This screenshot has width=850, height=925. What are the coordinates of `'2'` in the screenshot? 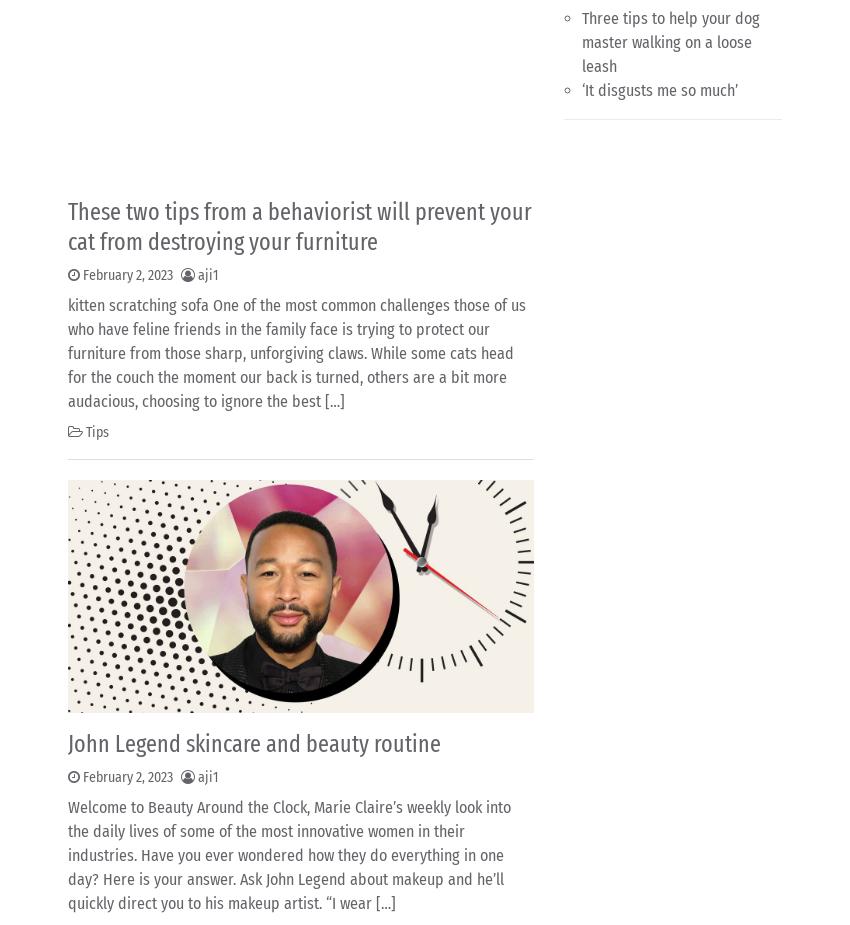 It's located at (102, 760).